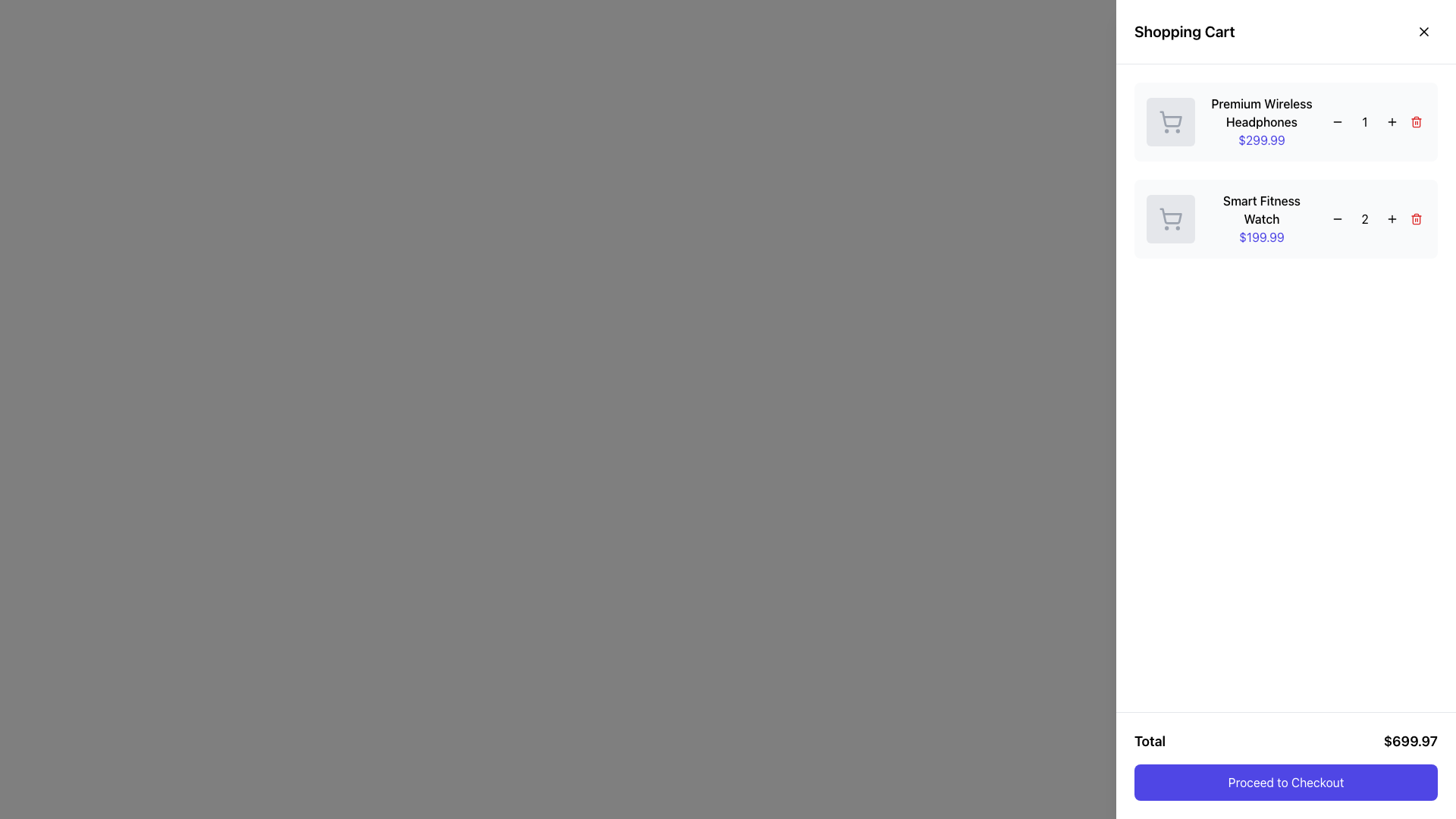  I want to click on the quantity counter for 'Premium Wireless Headphones' in the shopping cart to focus on it, so click(1376, 121).